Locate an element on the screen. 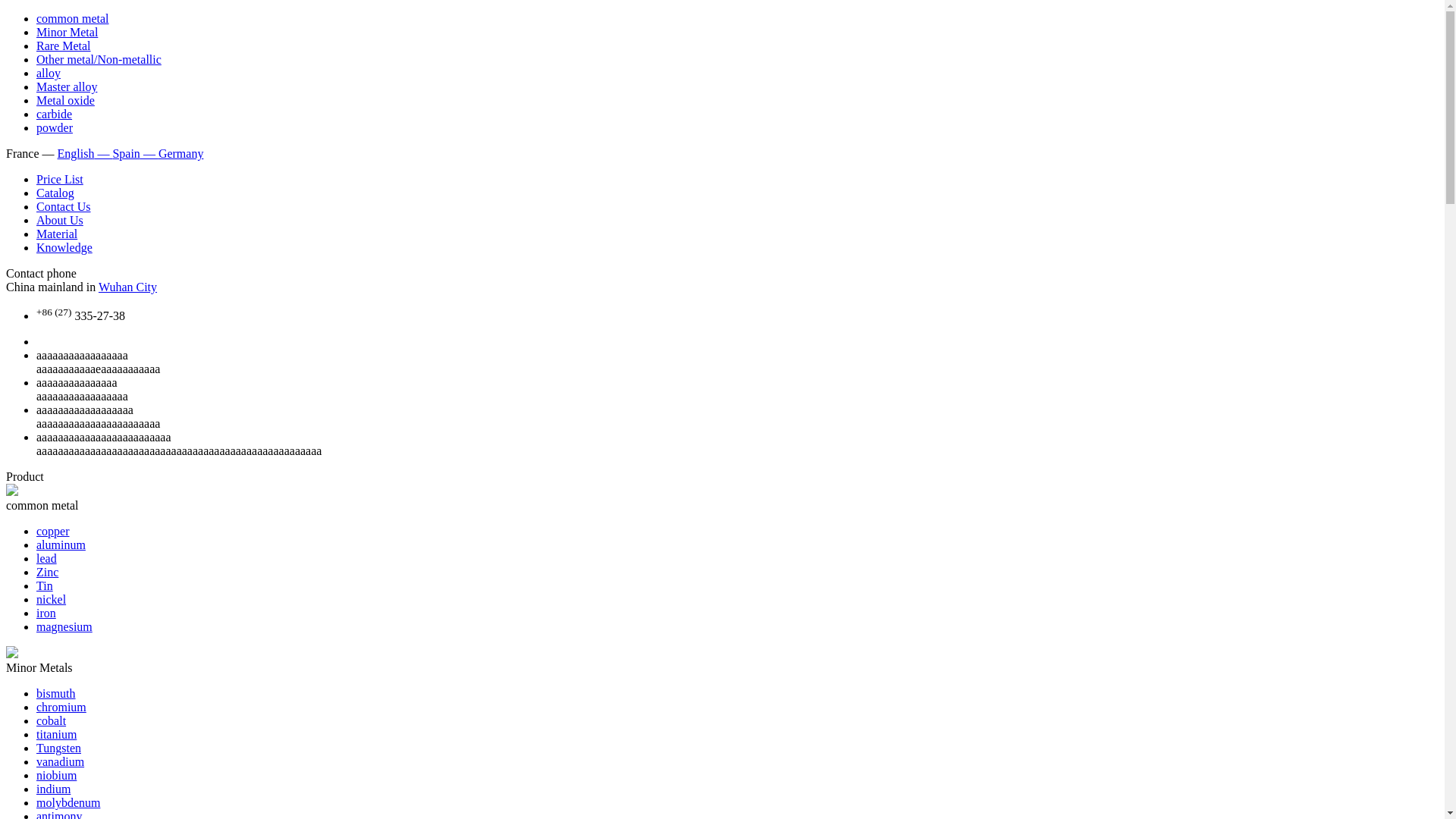 Image resolution: width=1456 pixels, height=819 pixels. 'powder' is located at coordinates (36, 127).